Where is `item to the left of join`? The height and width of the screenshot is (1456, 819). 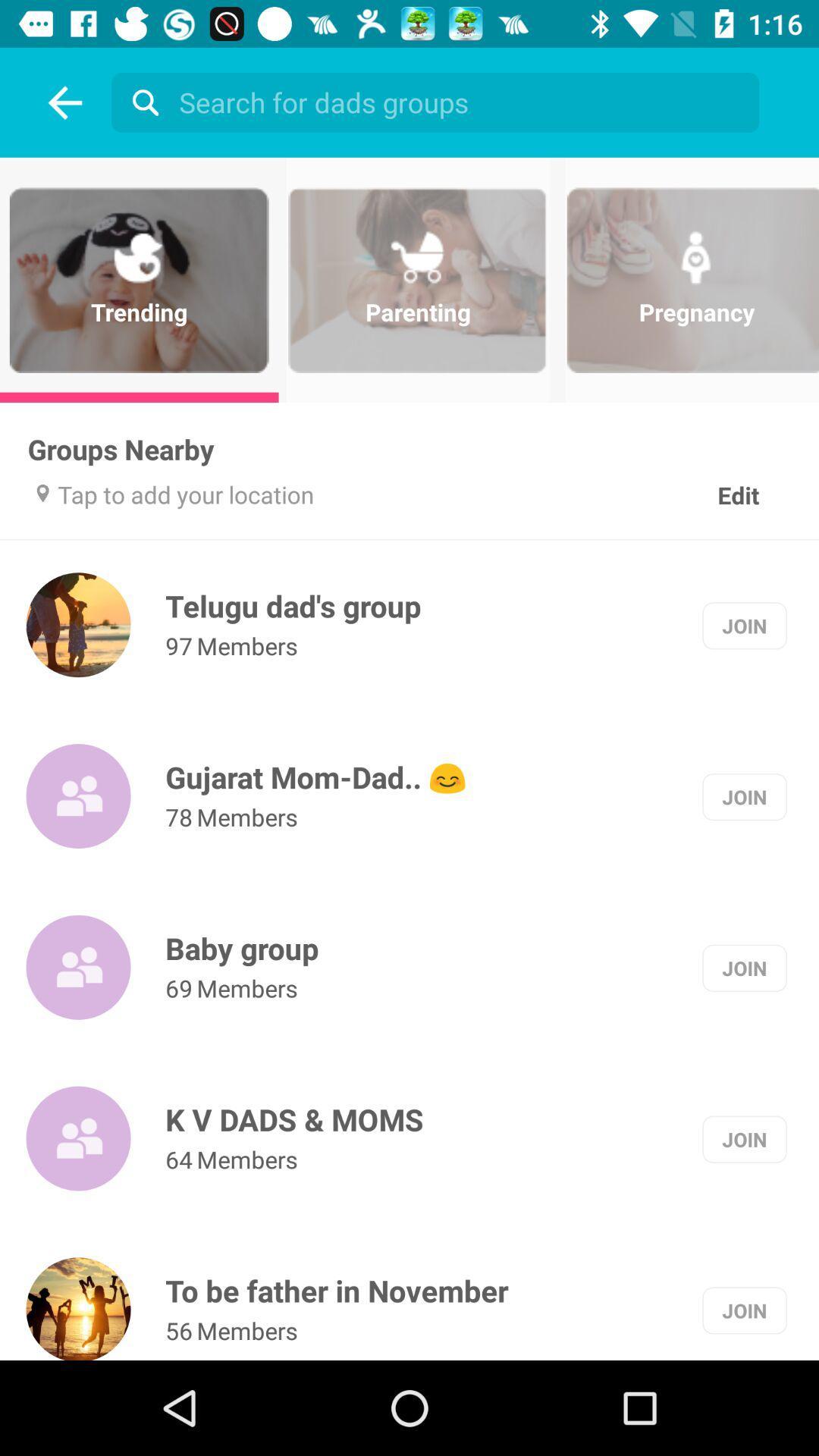
item to the left of join is located at coordinates (293, 605).